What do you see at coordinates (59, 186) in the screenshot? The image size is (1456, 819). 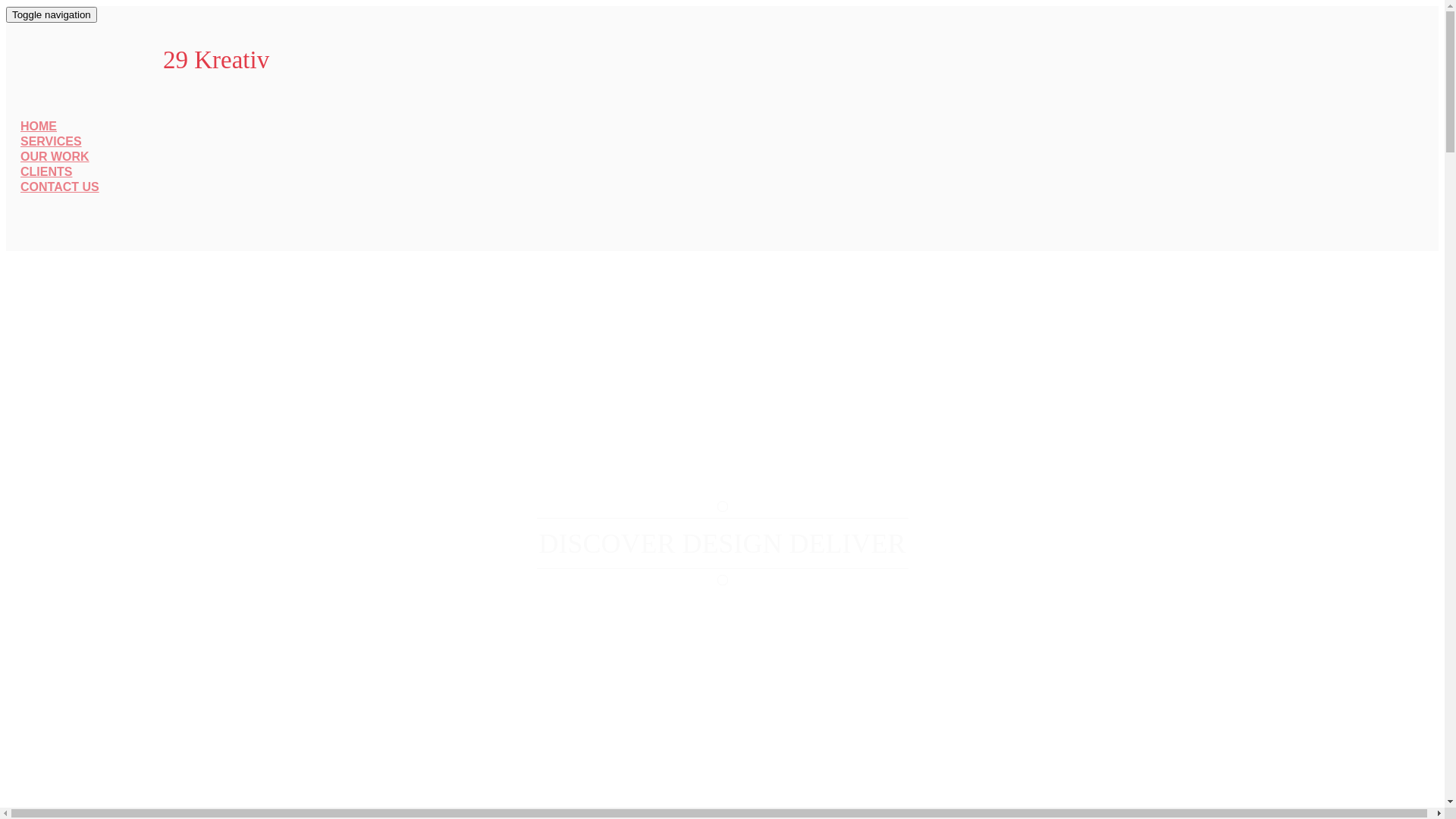 I see `'CONTACT US'` at bounding box center [59, 186].